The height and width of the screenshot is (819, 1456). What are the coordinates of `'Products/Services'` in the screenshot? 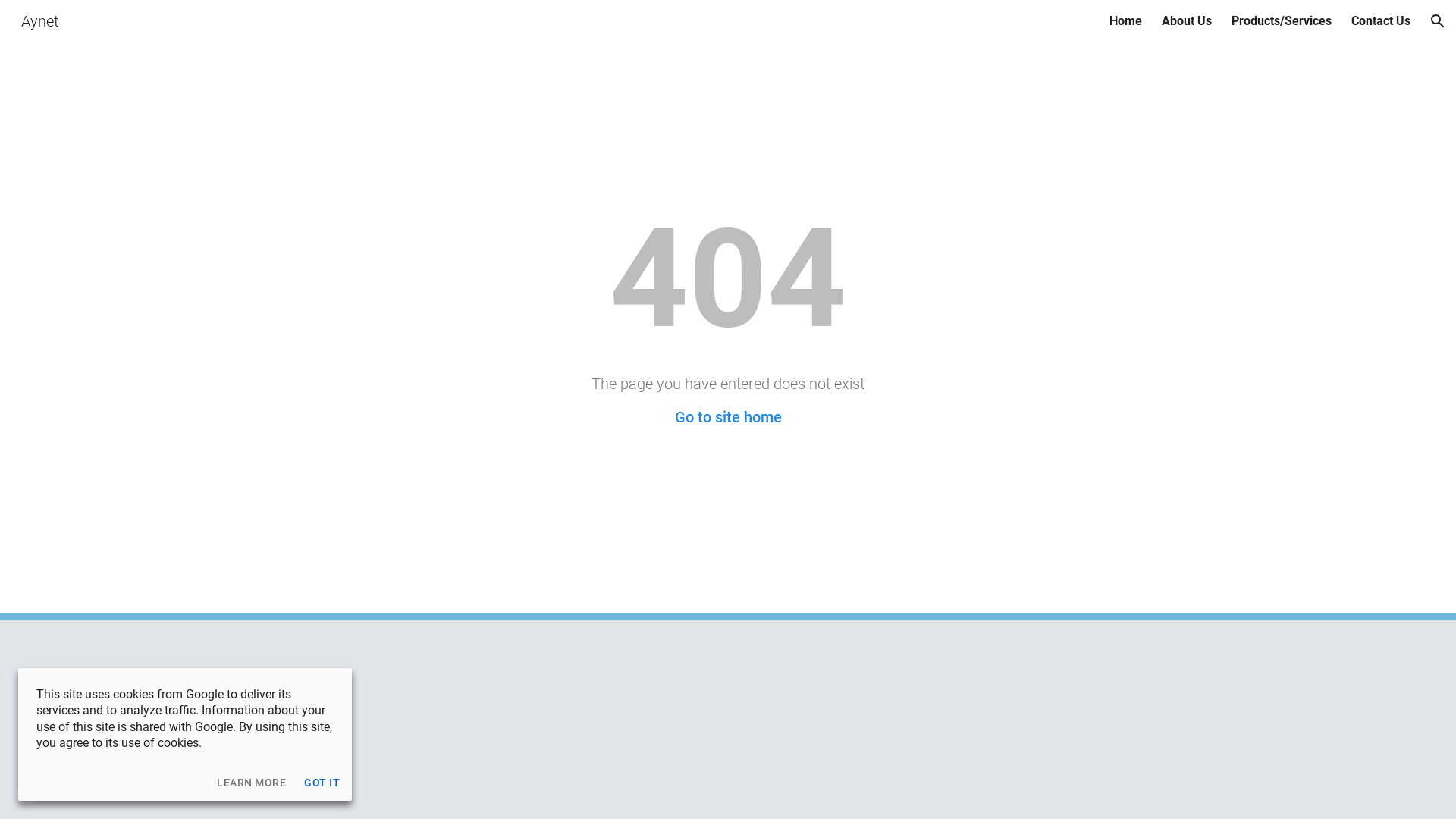 It's located at (1231, 20).